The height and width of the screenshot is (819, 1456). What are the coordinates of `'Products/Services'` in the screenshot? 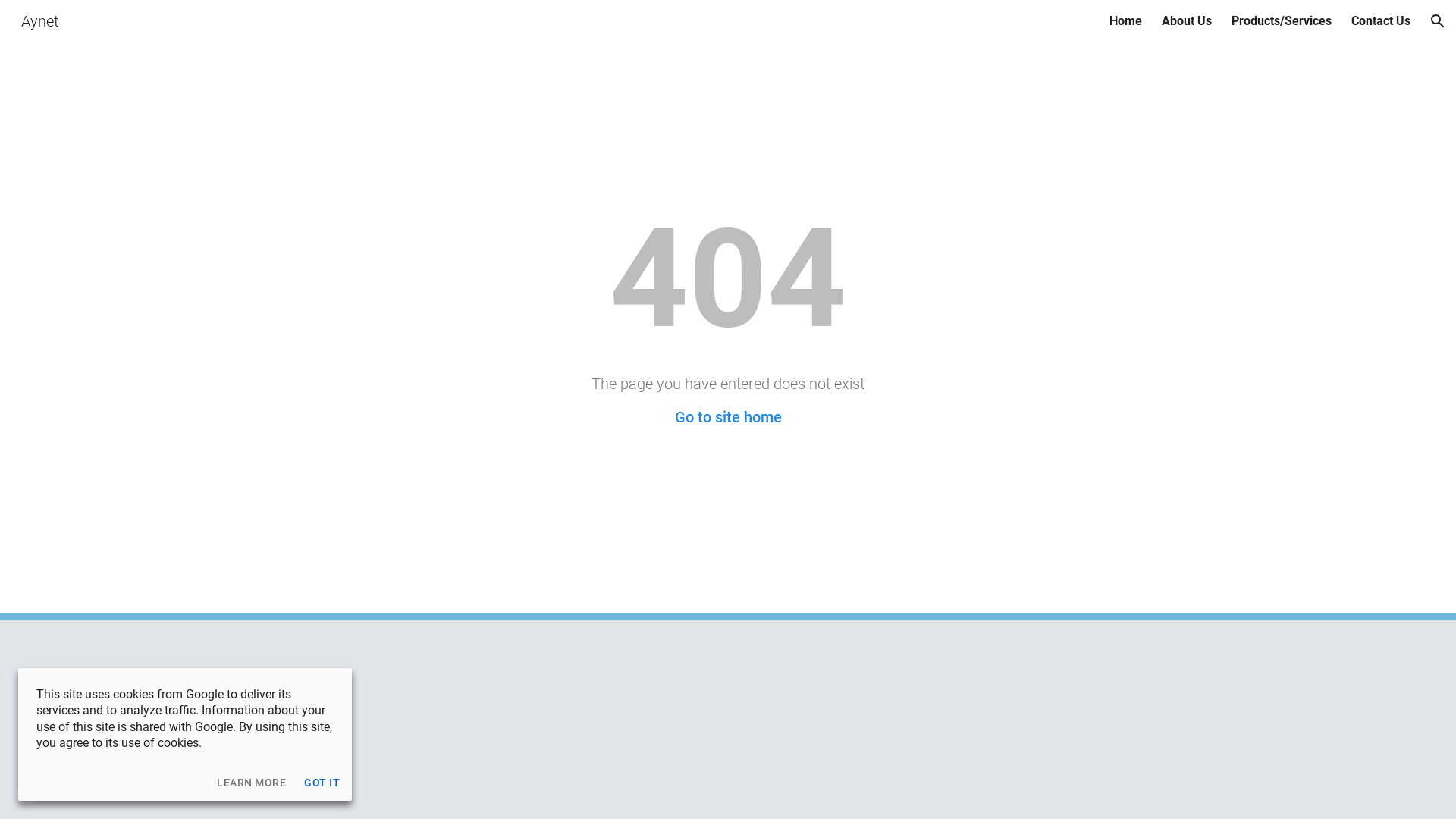 It's located at (1231, 20).